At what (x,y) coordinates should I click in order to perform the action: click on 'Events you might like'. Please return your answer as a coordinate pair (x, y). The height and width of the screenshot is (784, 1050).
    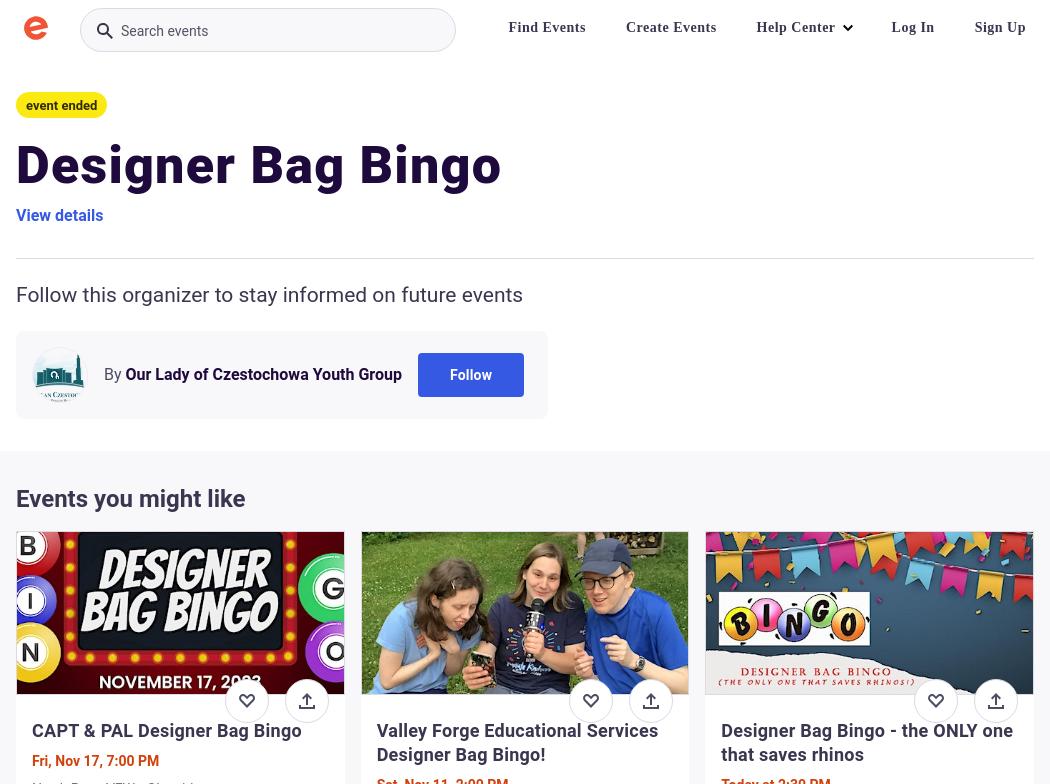
    Looking at the image, I should click on (129, 499).